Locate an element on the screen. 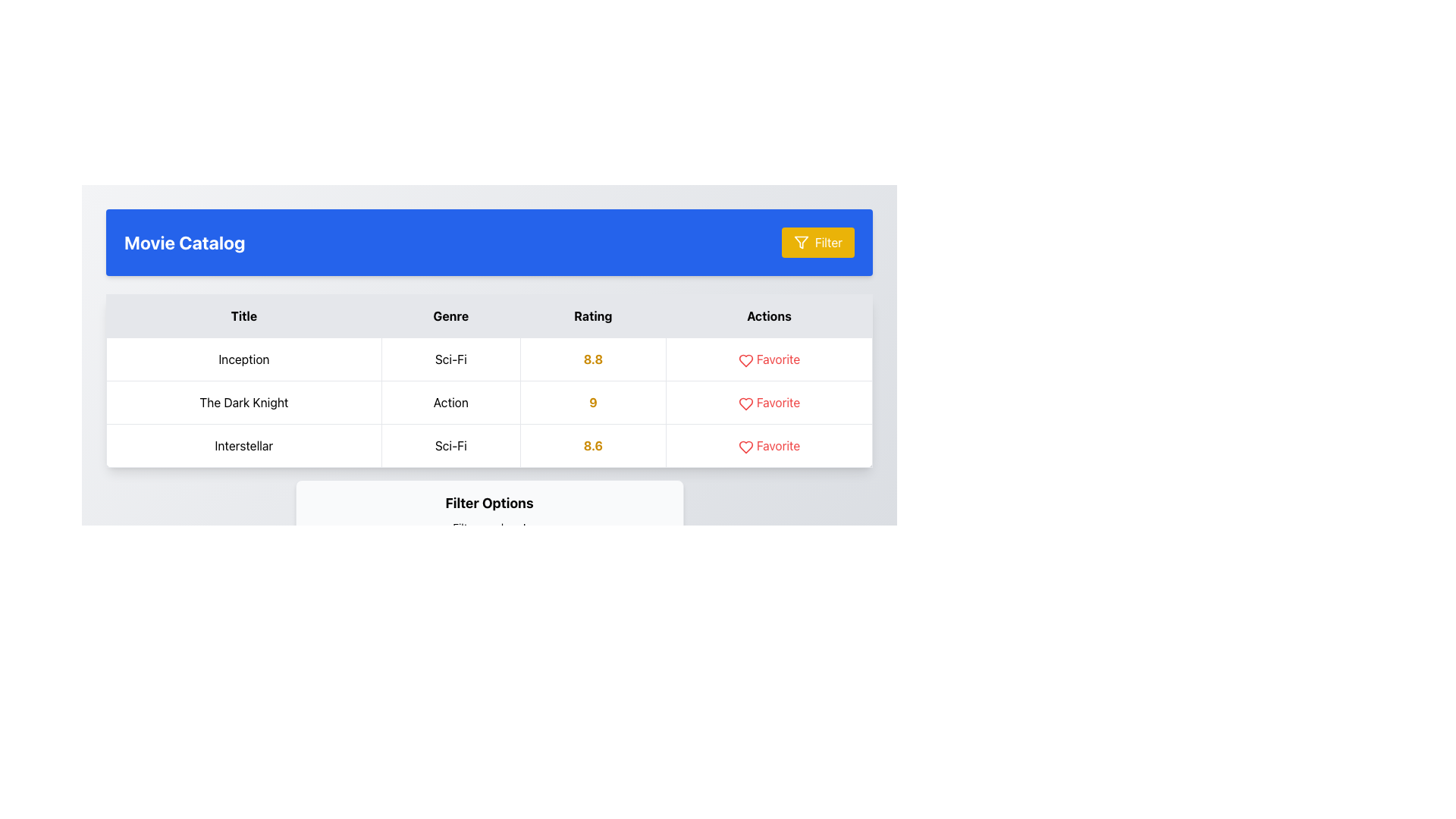 The width and height of the screenshot is (1456, 819). the bold, large-sized textual header displaying 'Movie Catalog' located at the top-left corner of the blue header panel is located at coordinates (184, 242).